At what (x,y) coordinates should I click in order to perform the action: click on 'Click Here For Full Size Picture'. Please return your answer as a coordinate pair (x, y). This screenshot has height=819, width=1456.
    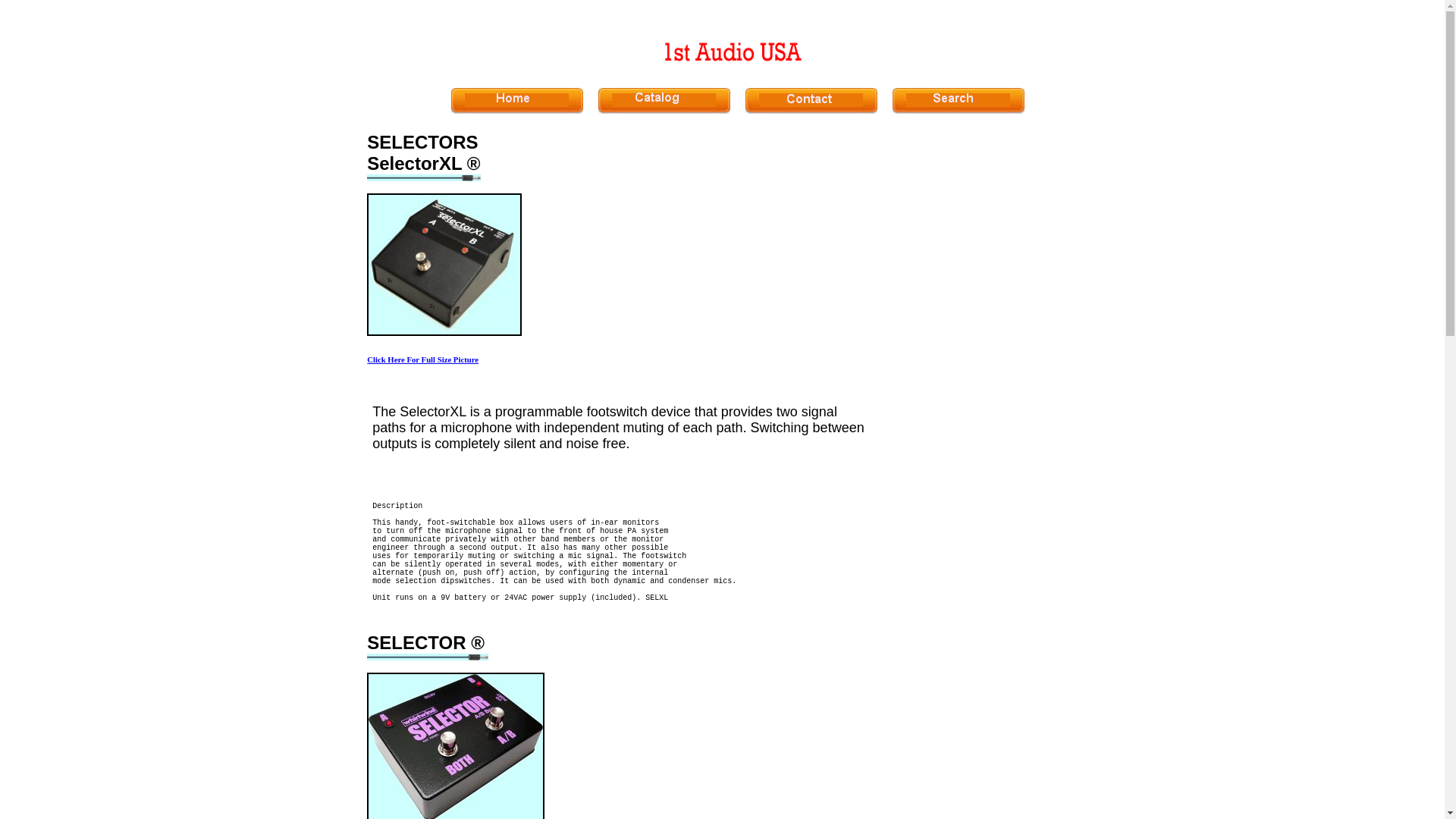
    Looking at the image, I should click on (422, 359).